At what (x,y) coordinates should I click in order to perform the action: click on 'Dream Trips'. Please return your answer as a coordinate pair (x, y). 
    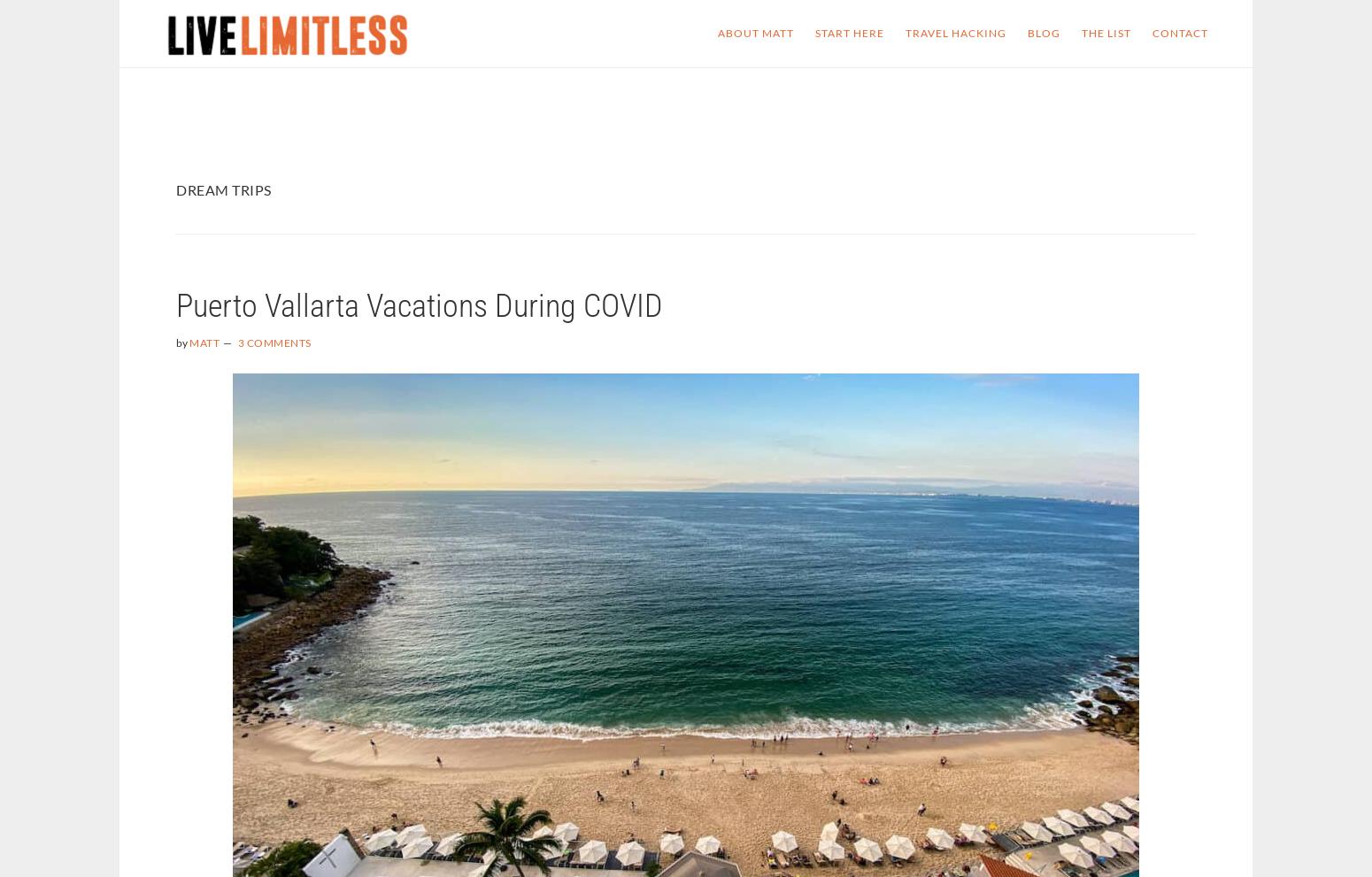
    Looking at the image, I should click on (223, 188).